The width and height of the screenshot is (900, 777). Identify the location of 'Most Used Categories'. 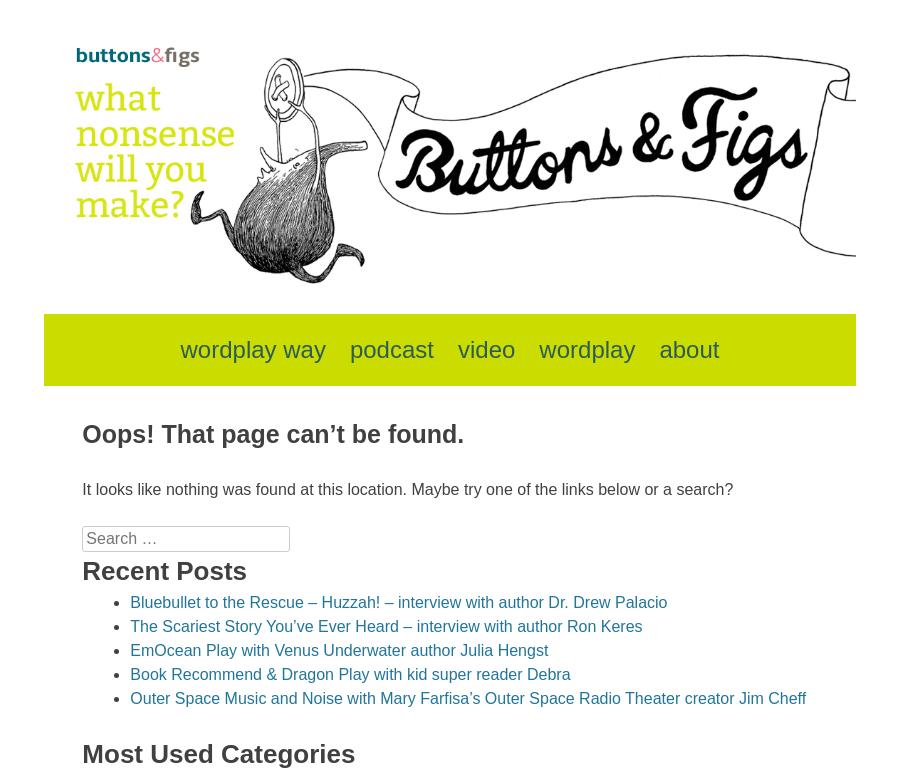
(218, 751).